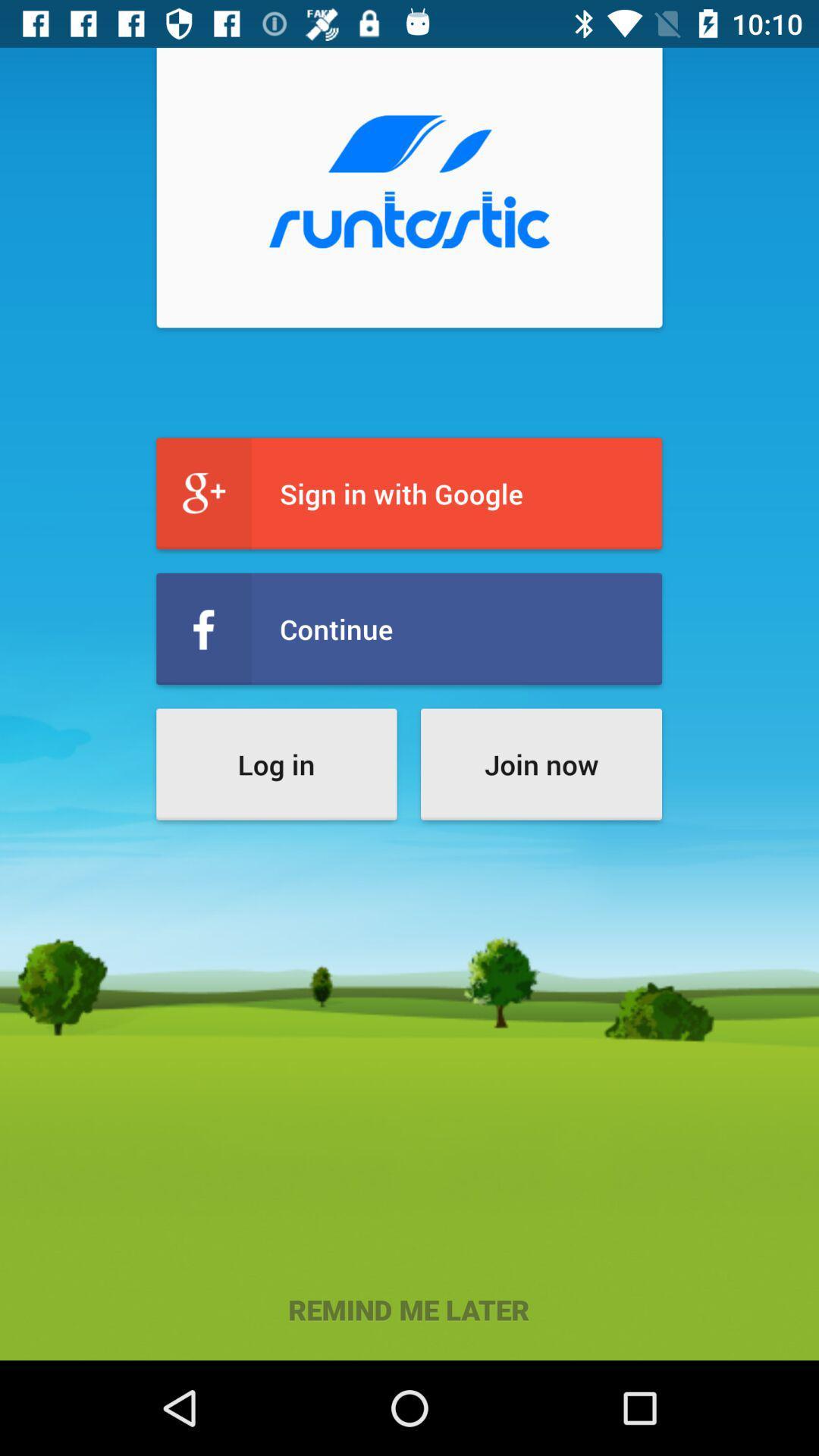 The image size is (819, 1456). Describe the element at coordinates (540, 764) in the screenshot. I see `item above the remind me later icon` at that location.